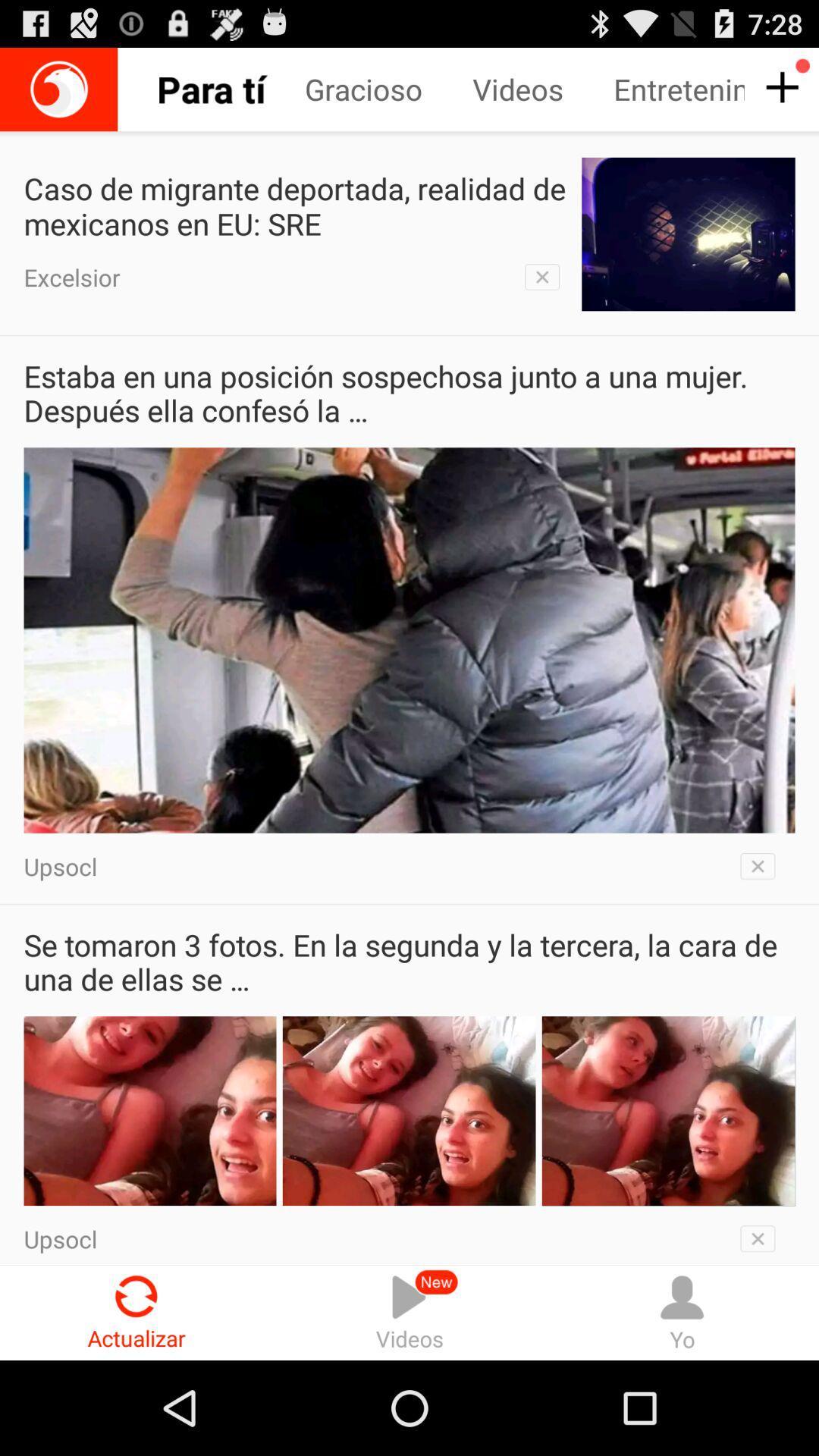 The image size is (819, 1456). What do you see at coordinates (780, 87) in the screenshot?
I see `button` at bounding box center [780, 87].